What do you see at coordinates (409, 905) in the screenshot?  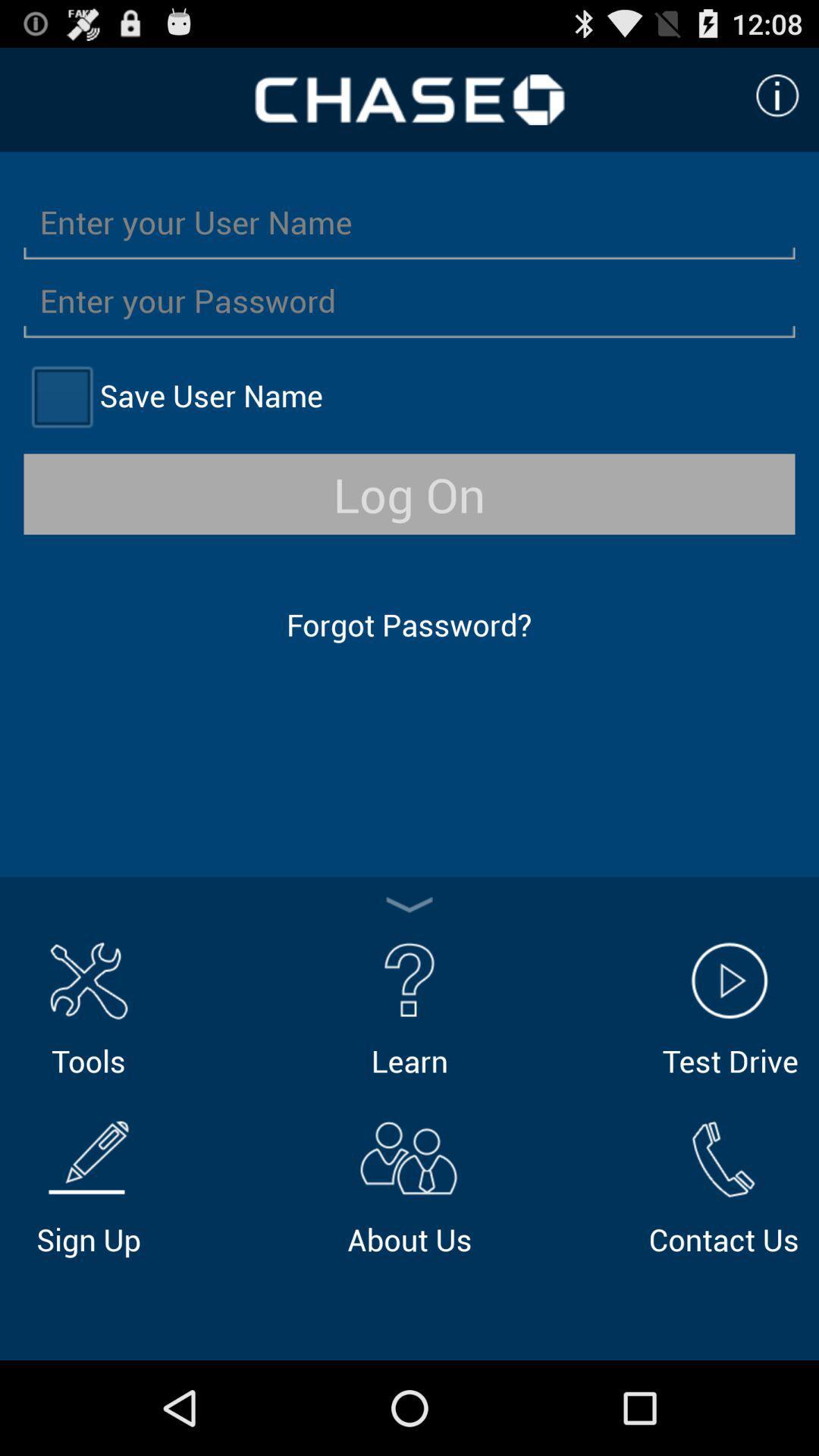 I see `minimize options close options toggle options` at bounding box center [409, 905].